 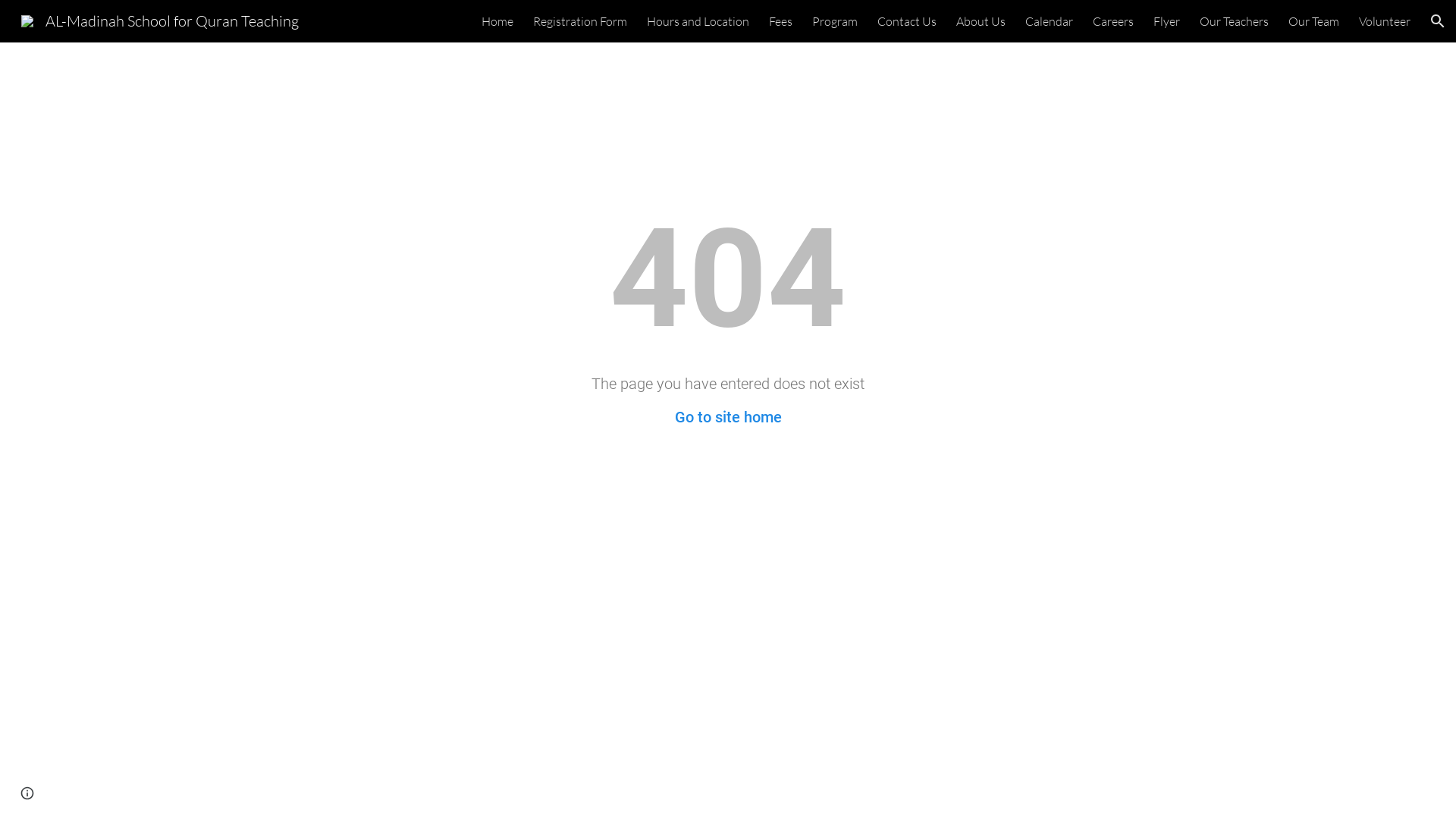 I want to click on 'Volunteer', so click(x=1384, y=20).